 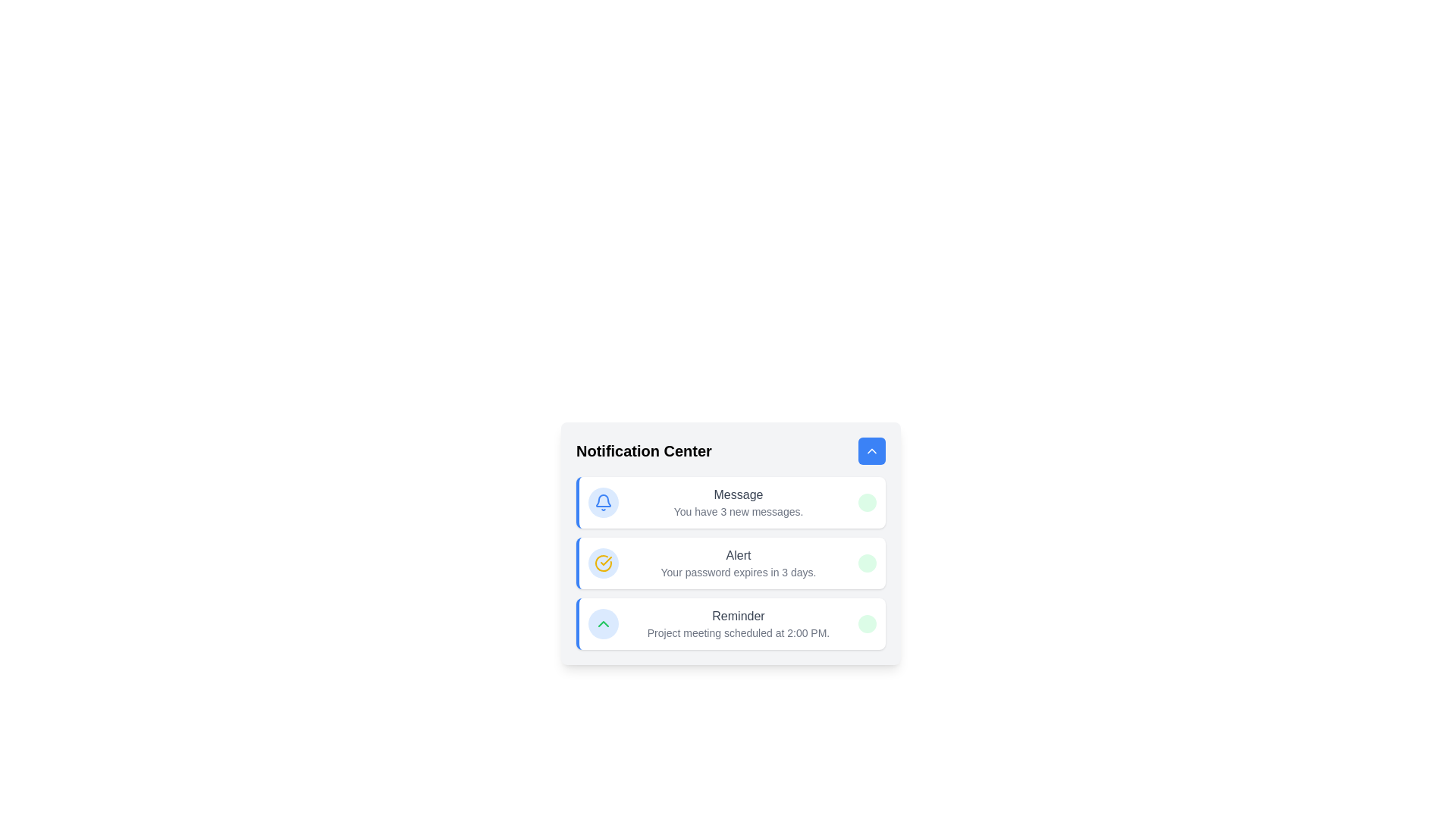 I want to click on the title 'Notification Center' in the Header section located at the top of the card-like layout, which contains a blue rounded button on the right, so click(x=731, y=450).